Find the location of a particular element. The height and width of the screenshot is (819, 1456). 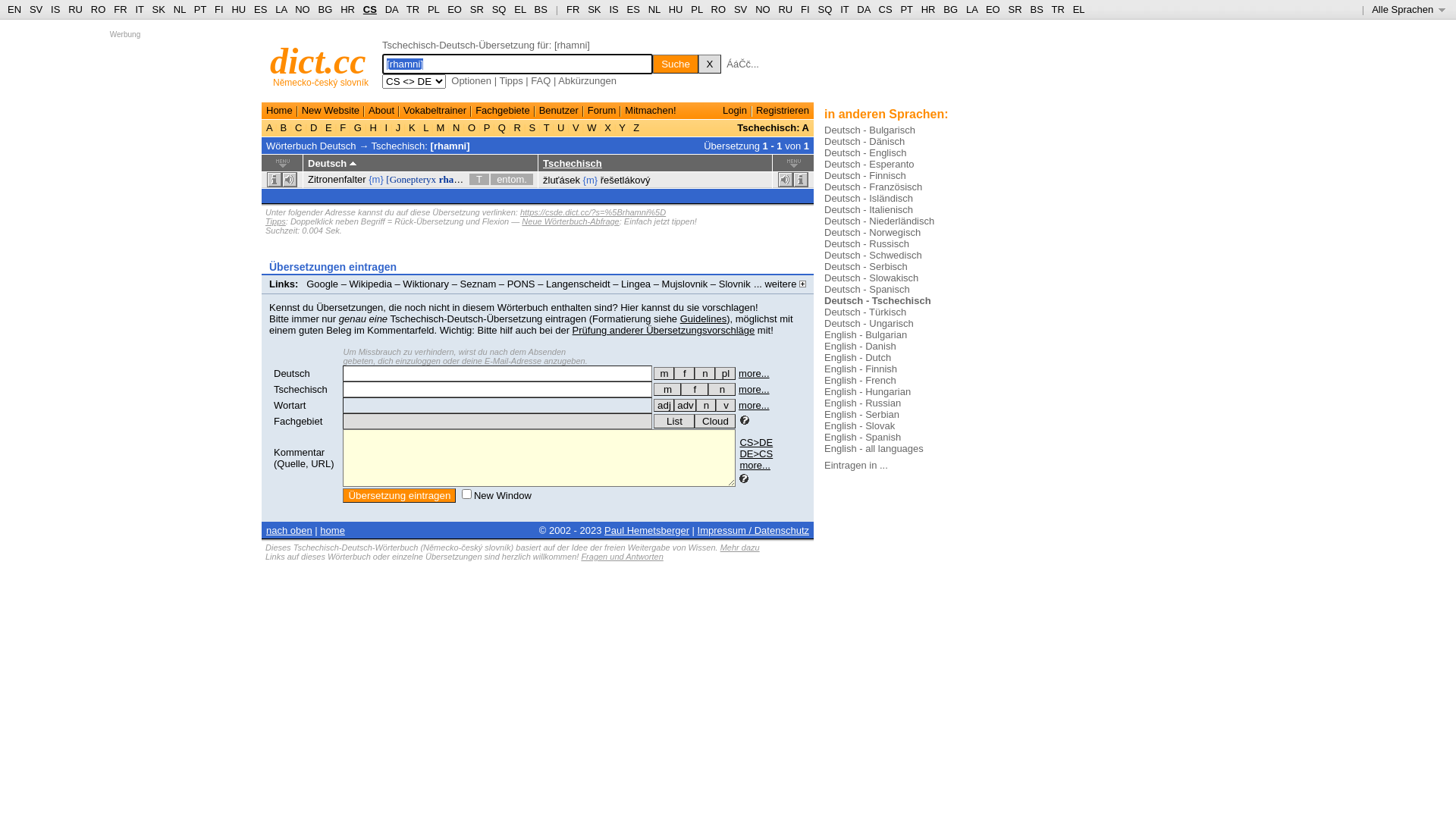

'T' is located at coordinates (546, 127).